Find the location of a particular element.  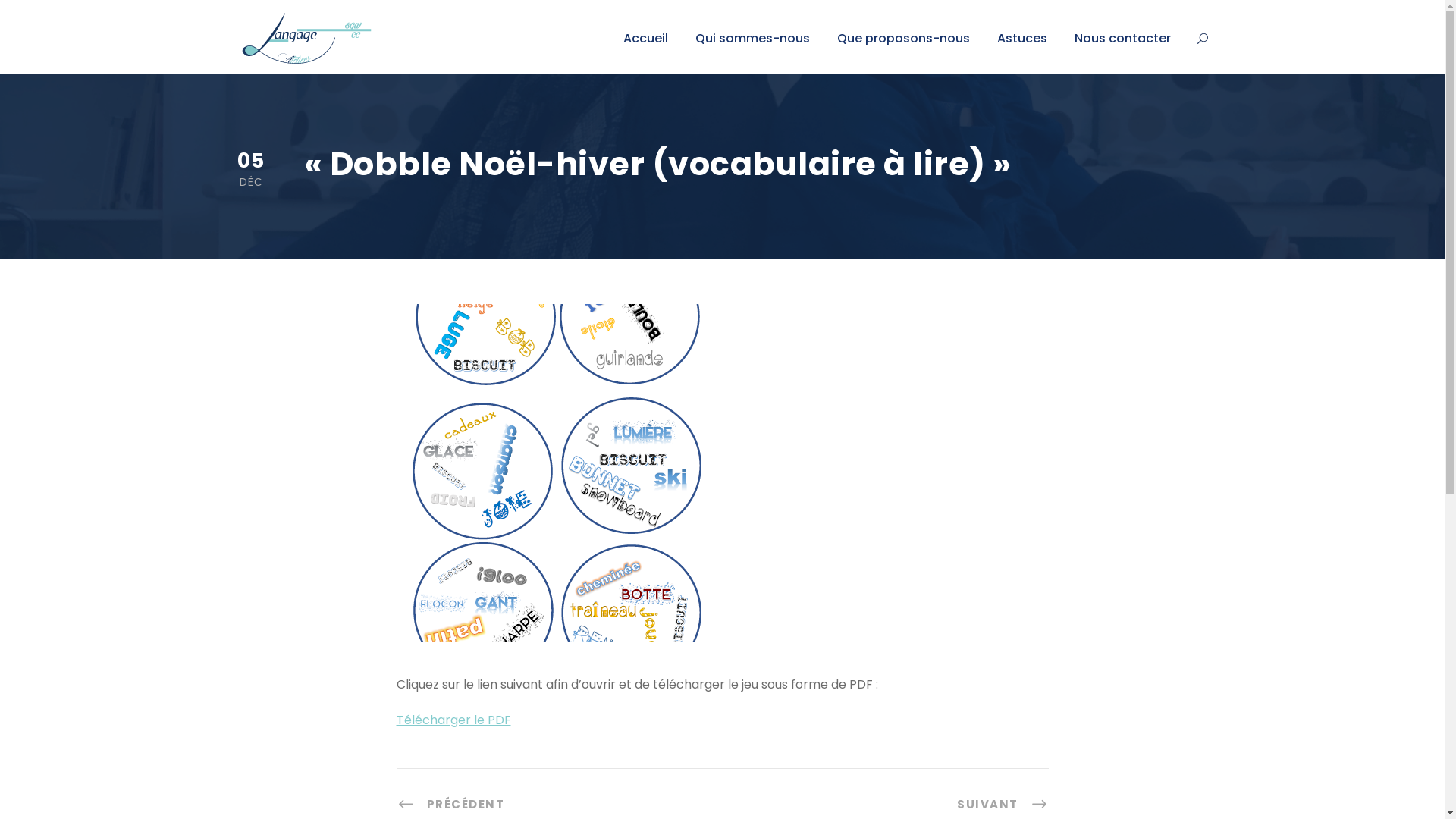

'SUIVANT' is located at coordinates (1003, 803).